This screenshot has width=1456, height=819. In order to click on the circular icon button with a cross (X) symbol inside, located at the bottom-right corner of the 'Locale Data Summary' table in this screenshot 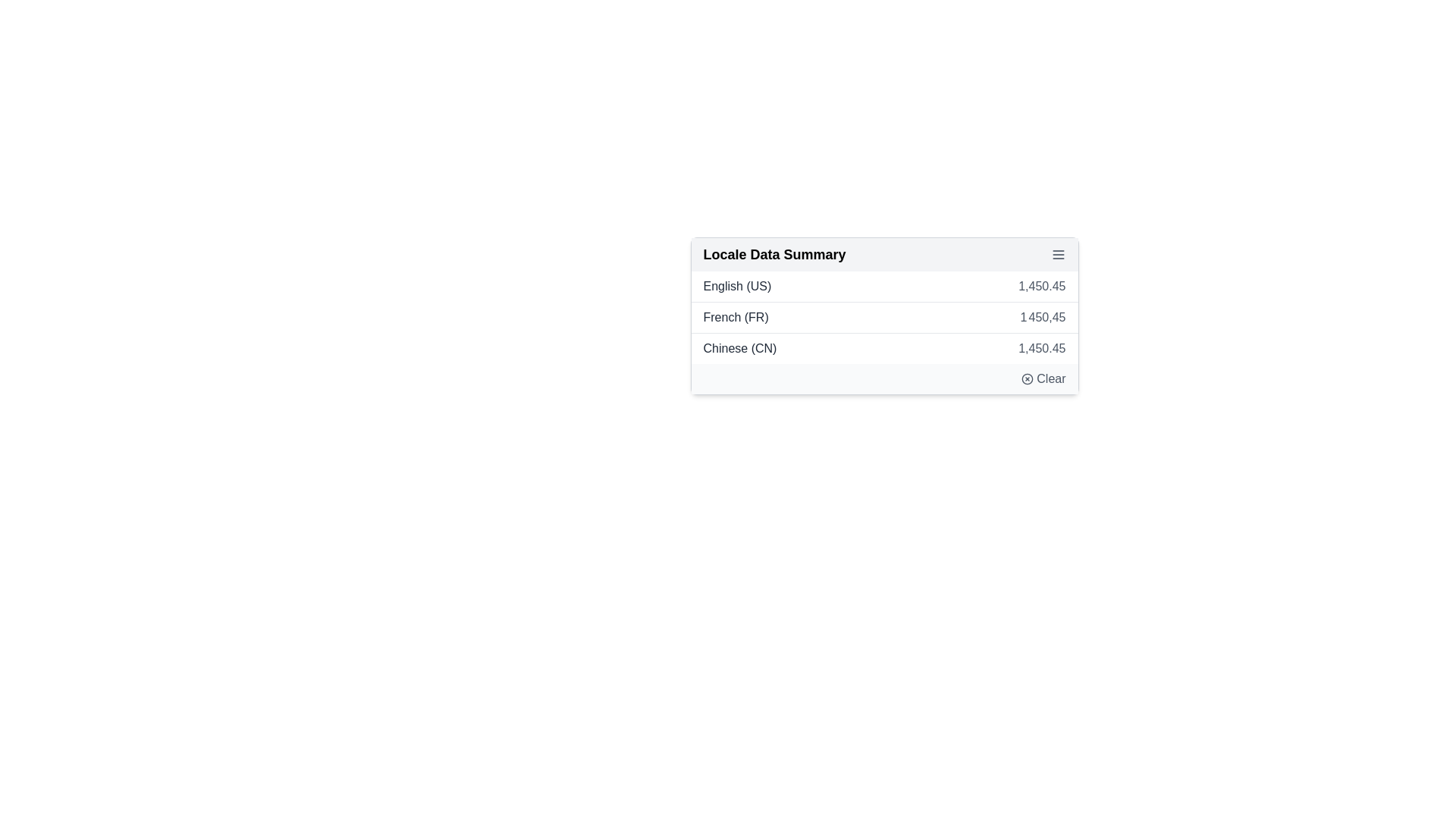, I will do `click(1028, 378)`.